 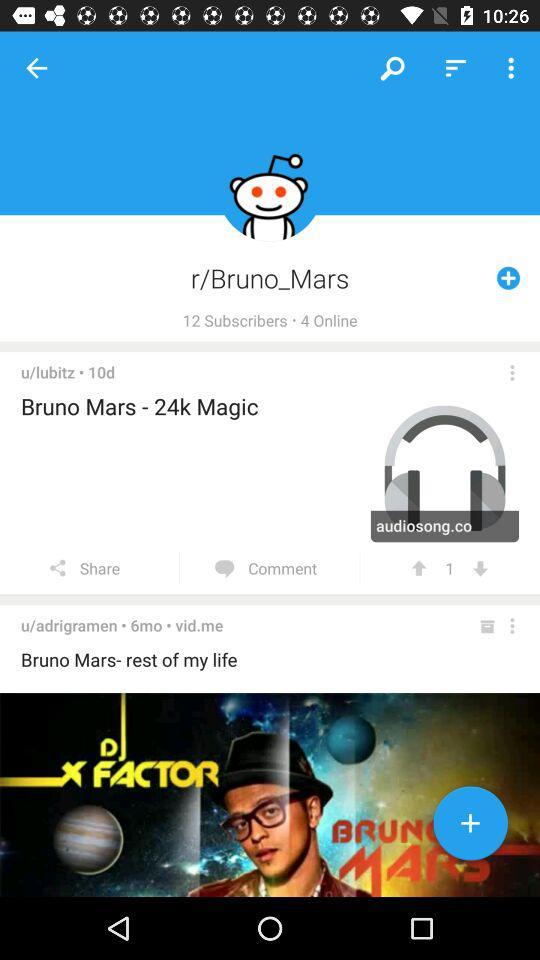 I want to click on open options or settings menu, so click(x=512, y=625).